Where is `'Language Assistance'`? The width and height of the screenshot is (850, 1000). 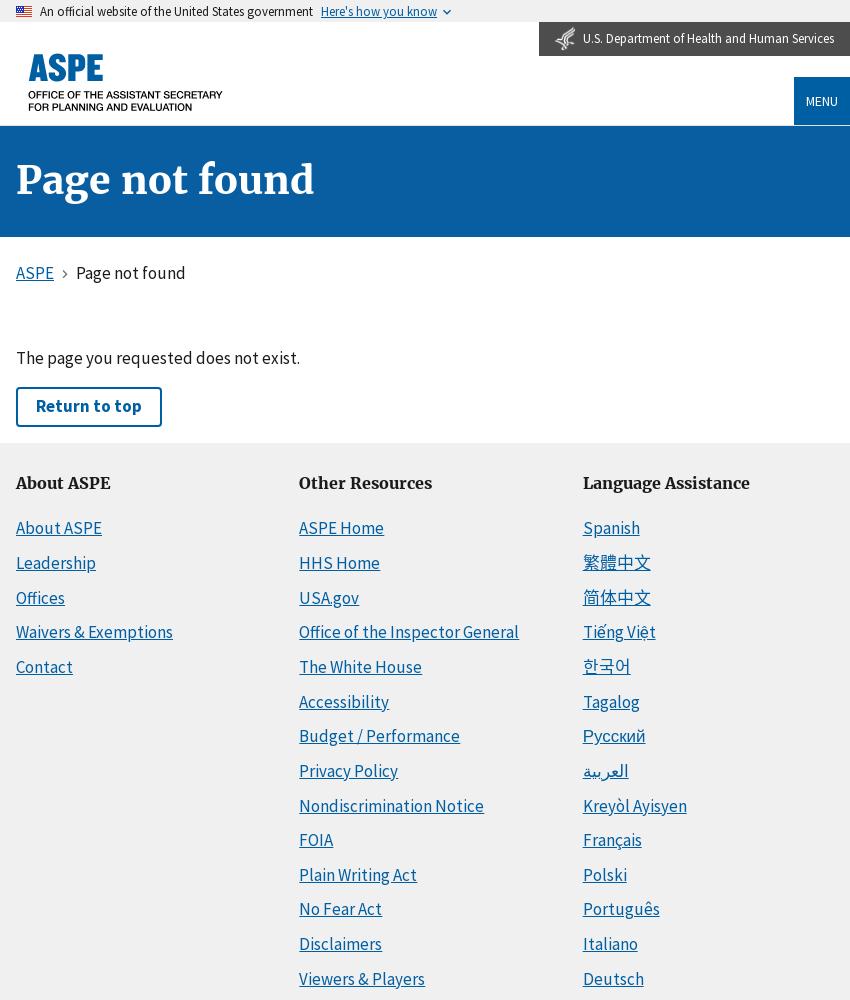 'Language Assistance' is located at coordinates (581, 481).